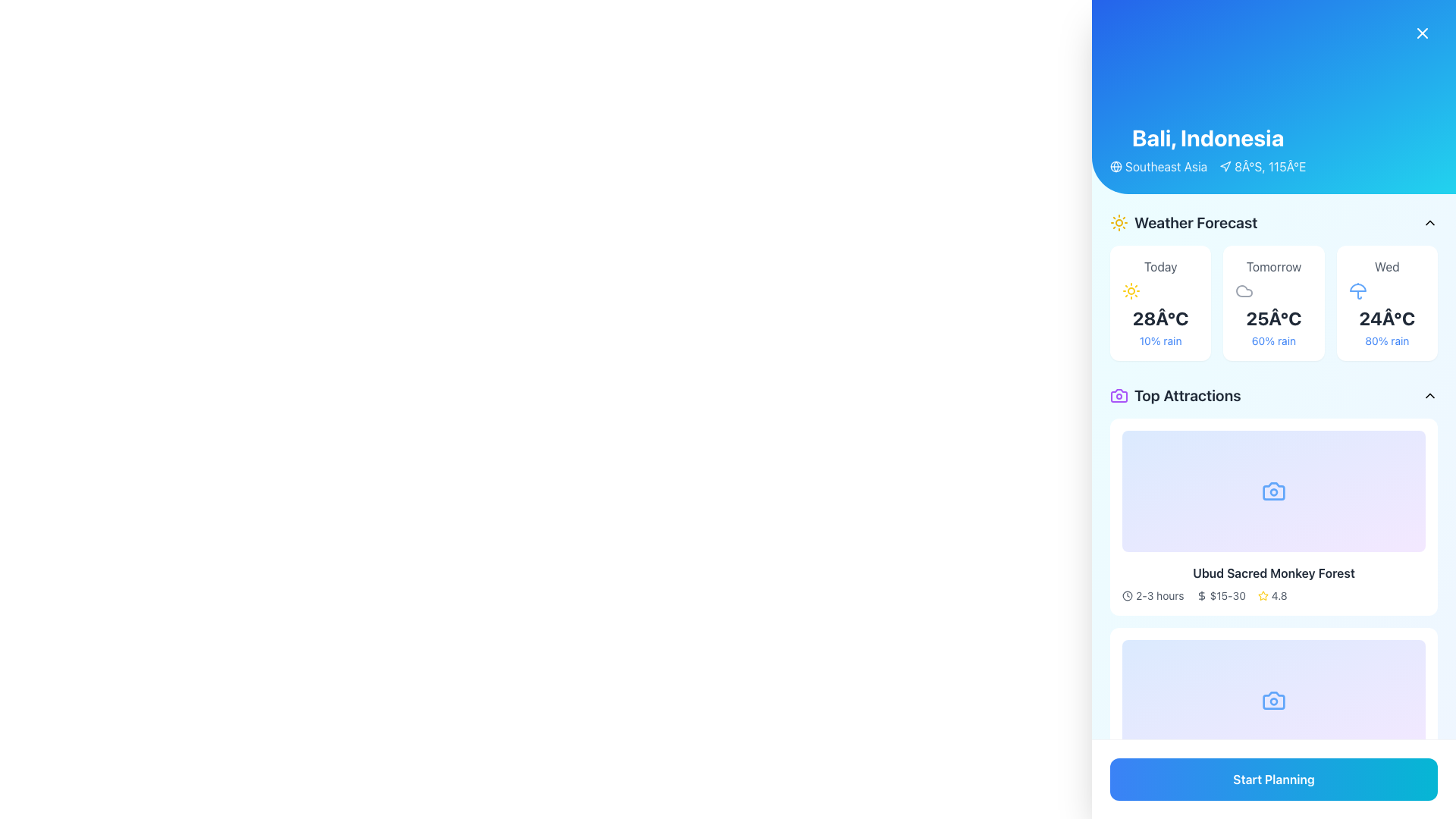 The width and height of the screenshot is (1456, 819). What do you see at coordinates (1159, 595) in the screenshot?
I see `the text displaying the estimated duration for a visit to the Ubud Sacred Monkey Forest attraction, located beneath the card titled 'Ubud Sacred Monkey Forest' in the 'Top Attractions' section` at bounding box center [1159, 595].